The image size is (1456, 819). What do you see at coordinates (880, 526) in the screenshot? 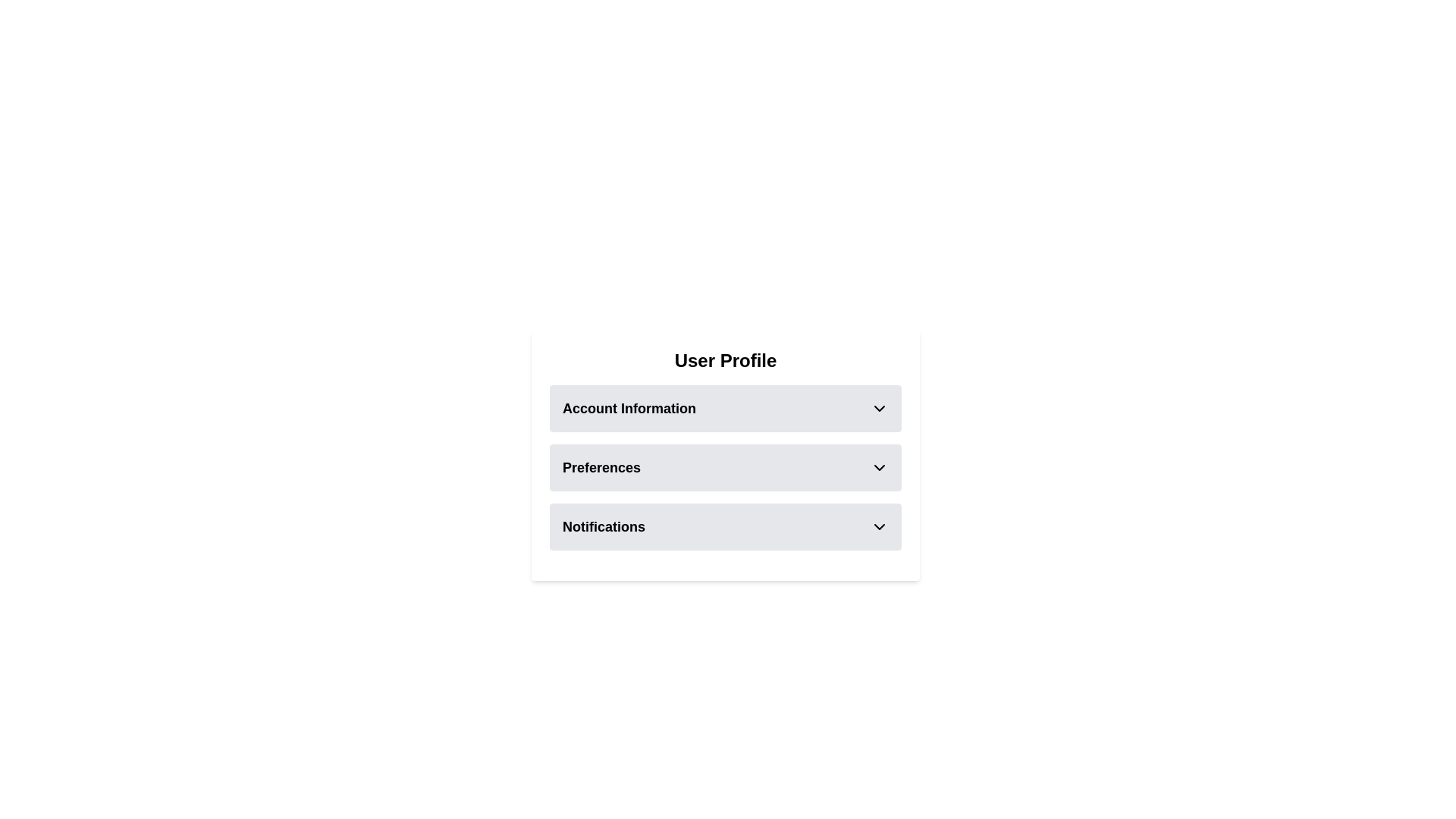
I see `the chevron icon located at the far-right side of the 'Notifications' header section to potentially display a tooltip` at bounding box center [880, 526].